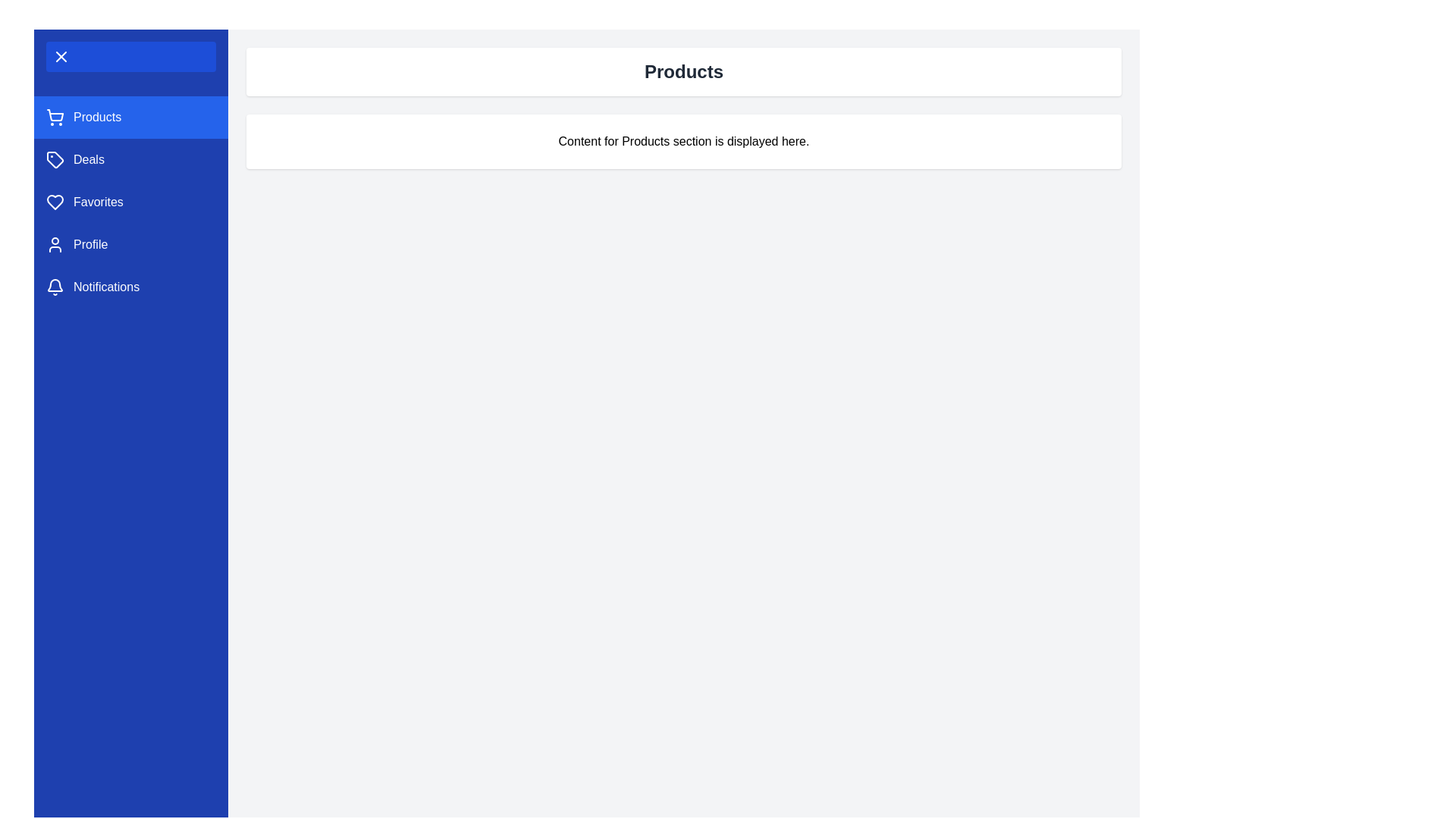 The image size is (1456, 819). I want to click on text content of the 'Products' label, which is a left-aligned text label displaying the word 'Products' in a sans-serif font, located to the right of a shopping cart icon in the vertical menu, so click(96, 116).